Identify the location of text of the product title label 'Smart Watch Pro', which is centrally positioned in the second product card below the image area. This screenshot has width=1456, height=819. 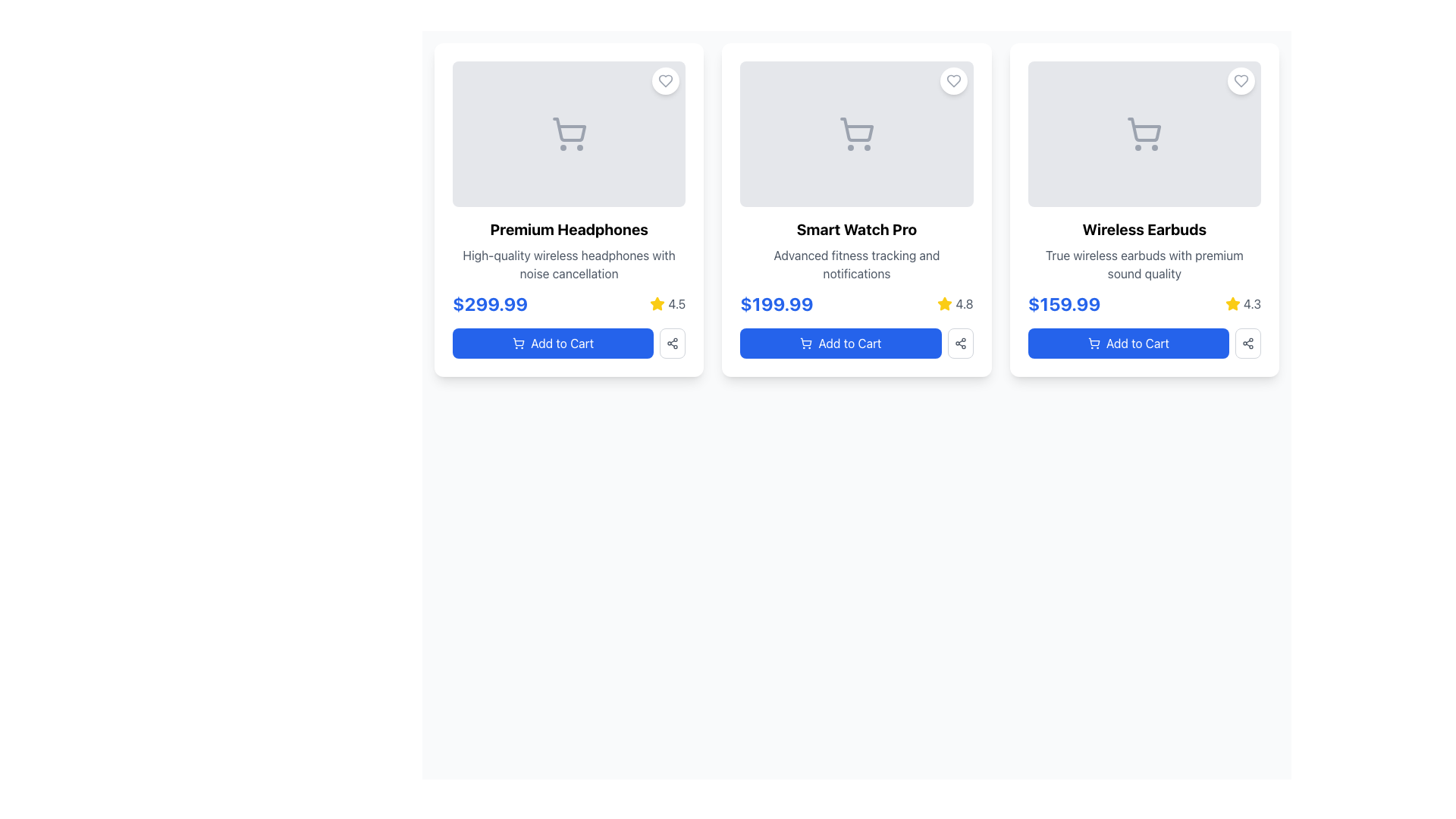
(856, 230).